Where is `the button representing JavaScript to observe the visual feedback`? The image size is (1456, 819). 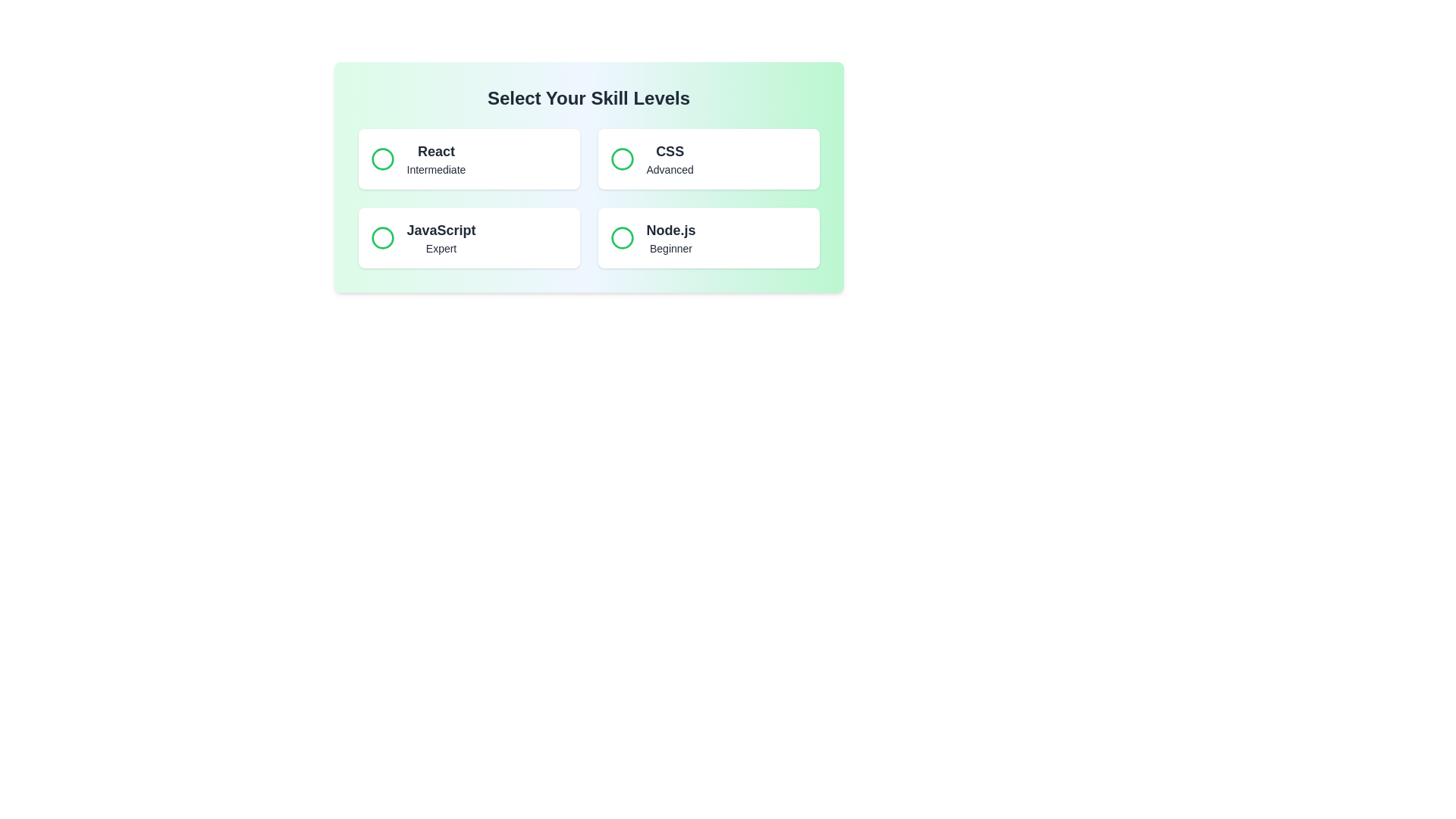 the button representing JavaScript to observe the visual feedback is located at coordinates (468, 237).